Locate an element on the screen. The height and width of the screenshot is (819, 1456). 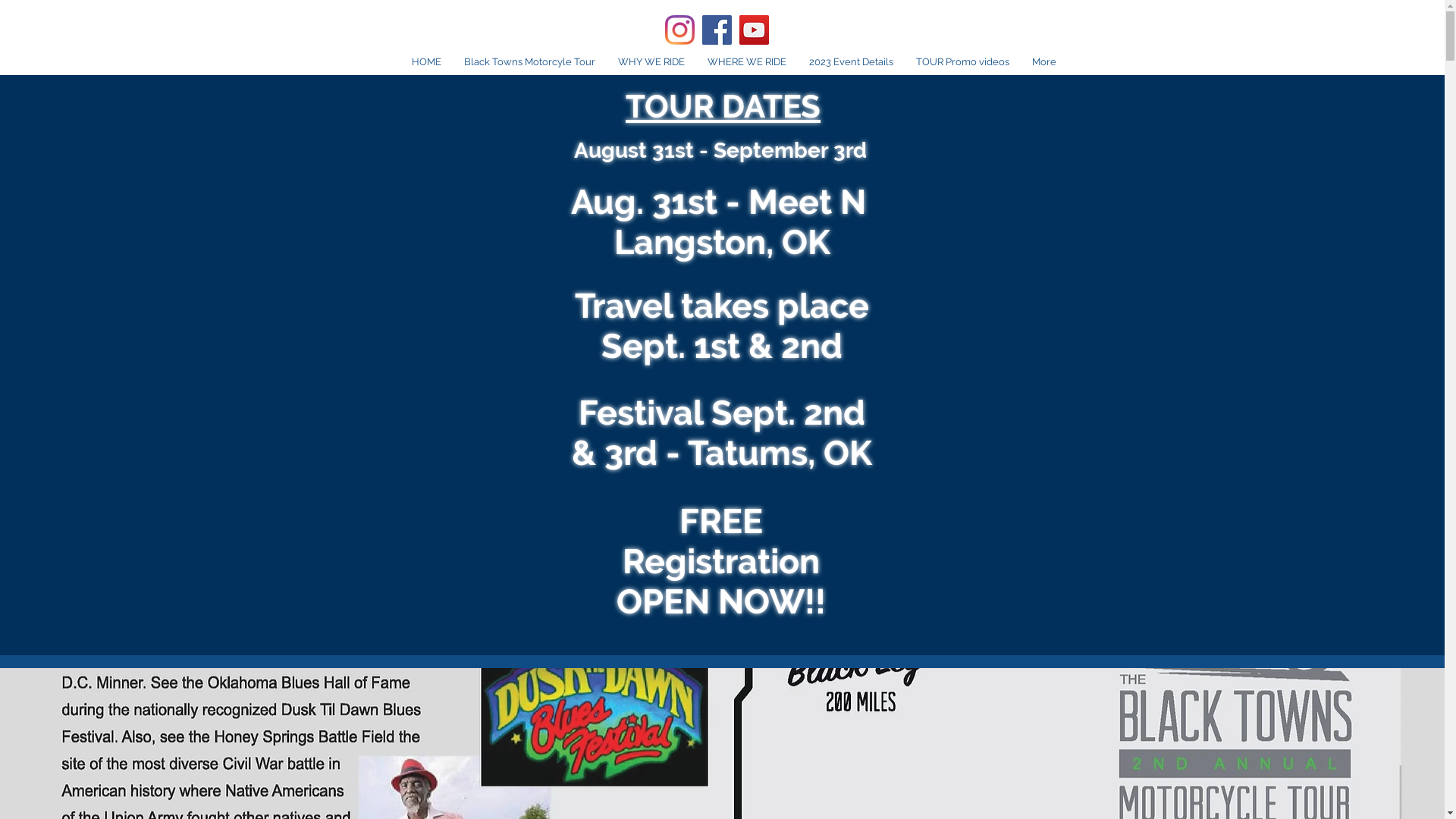
'HOME' is located at coordinates (425, 61).